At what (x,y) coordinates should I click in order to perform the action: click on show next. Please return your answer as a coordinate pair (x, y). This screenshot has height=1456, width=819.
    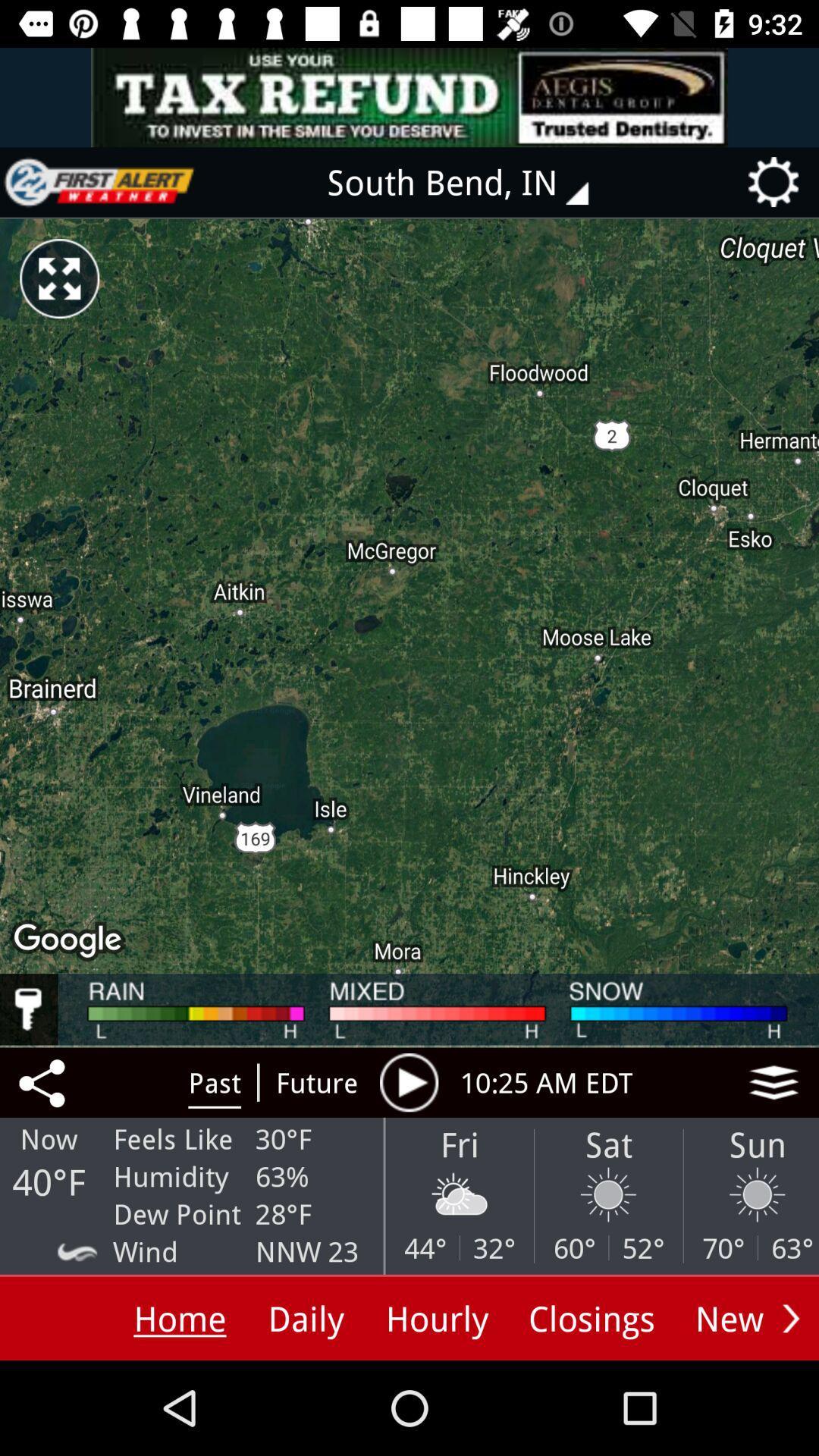
    Looking at the image, I should click on (790, 1317).